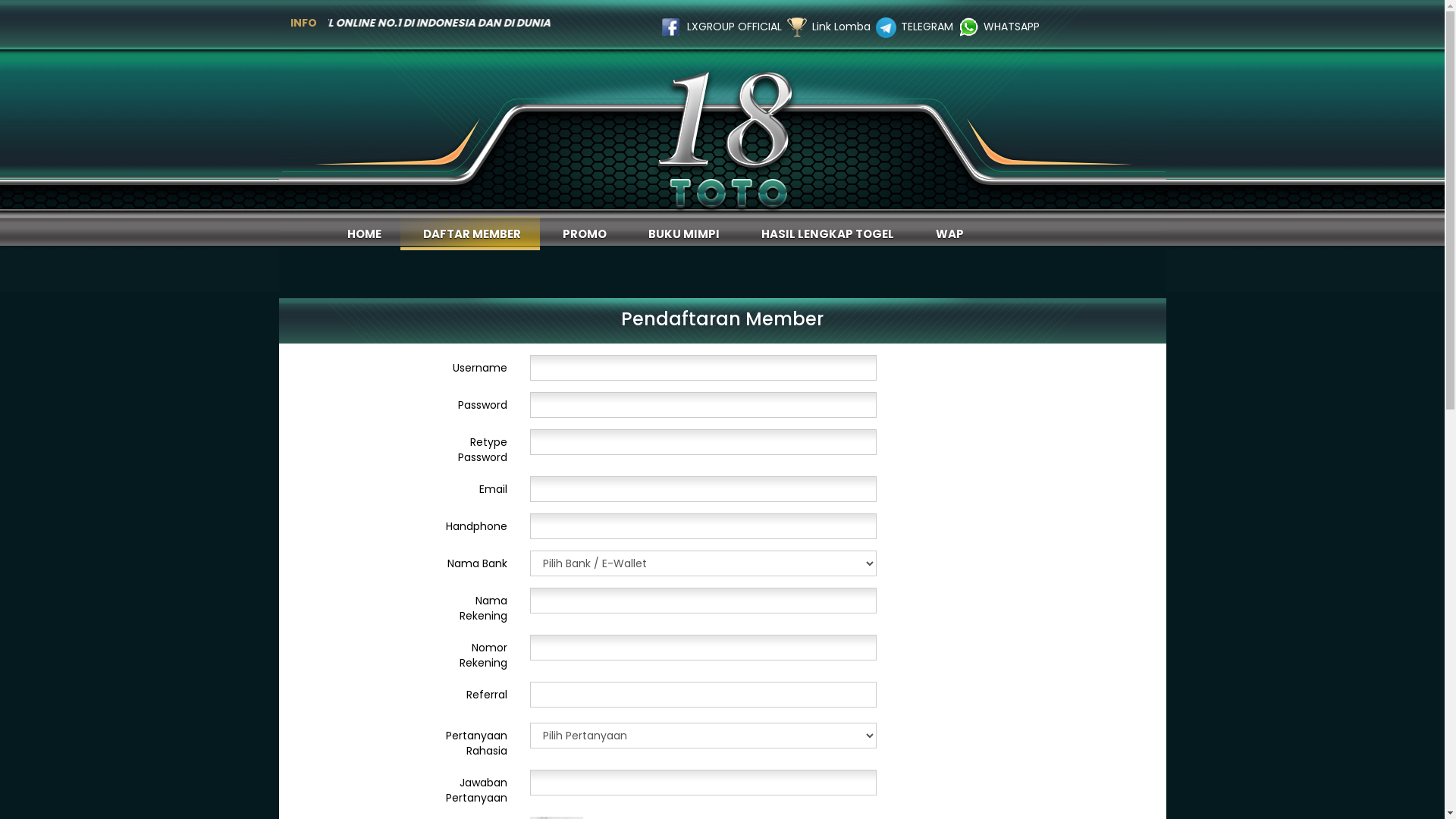  I want to click on 'BUKU MIMPI', so click(680, 233).